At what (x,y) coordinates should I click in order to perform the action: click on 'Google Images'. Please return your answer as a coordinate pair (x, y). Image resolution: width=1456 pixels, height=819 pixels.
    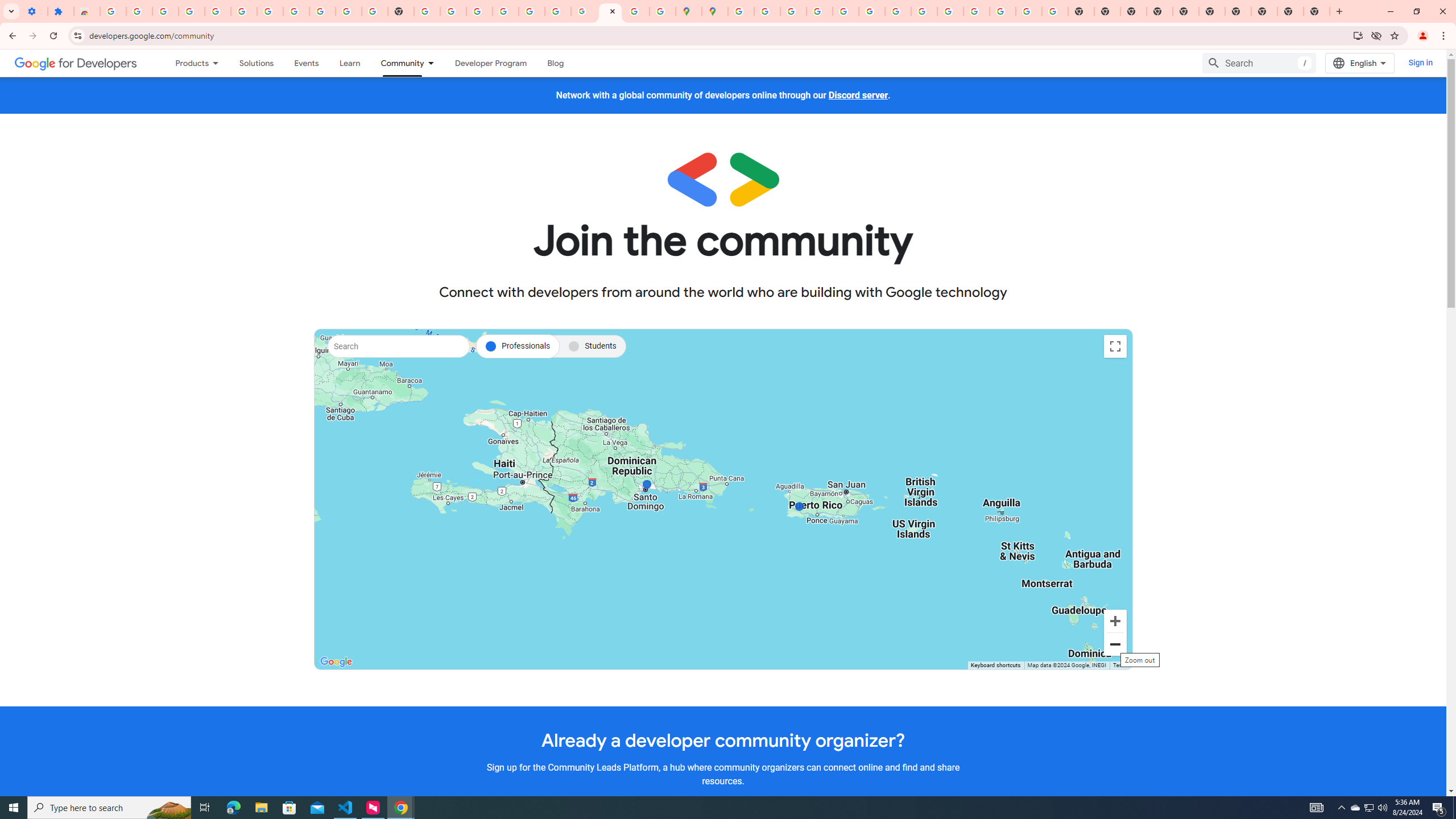
    Looking at the image, I should click on (1054, 11).